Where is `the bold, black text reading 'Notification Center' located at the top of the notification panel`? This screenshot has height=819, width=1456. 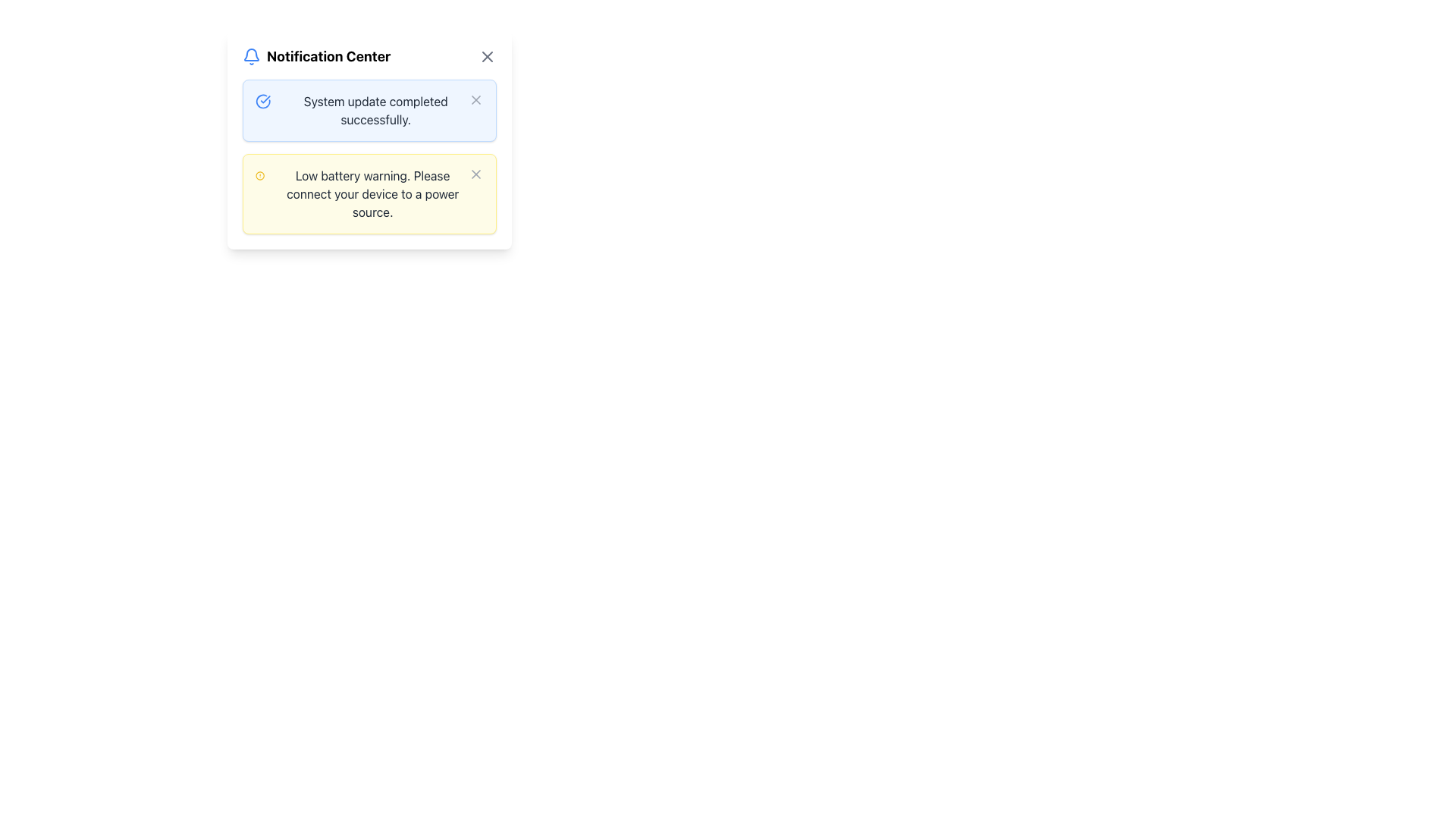
the bold, black text reading 'Notification Center' located at the top of the notification panel is located at coordinates (328, 55).